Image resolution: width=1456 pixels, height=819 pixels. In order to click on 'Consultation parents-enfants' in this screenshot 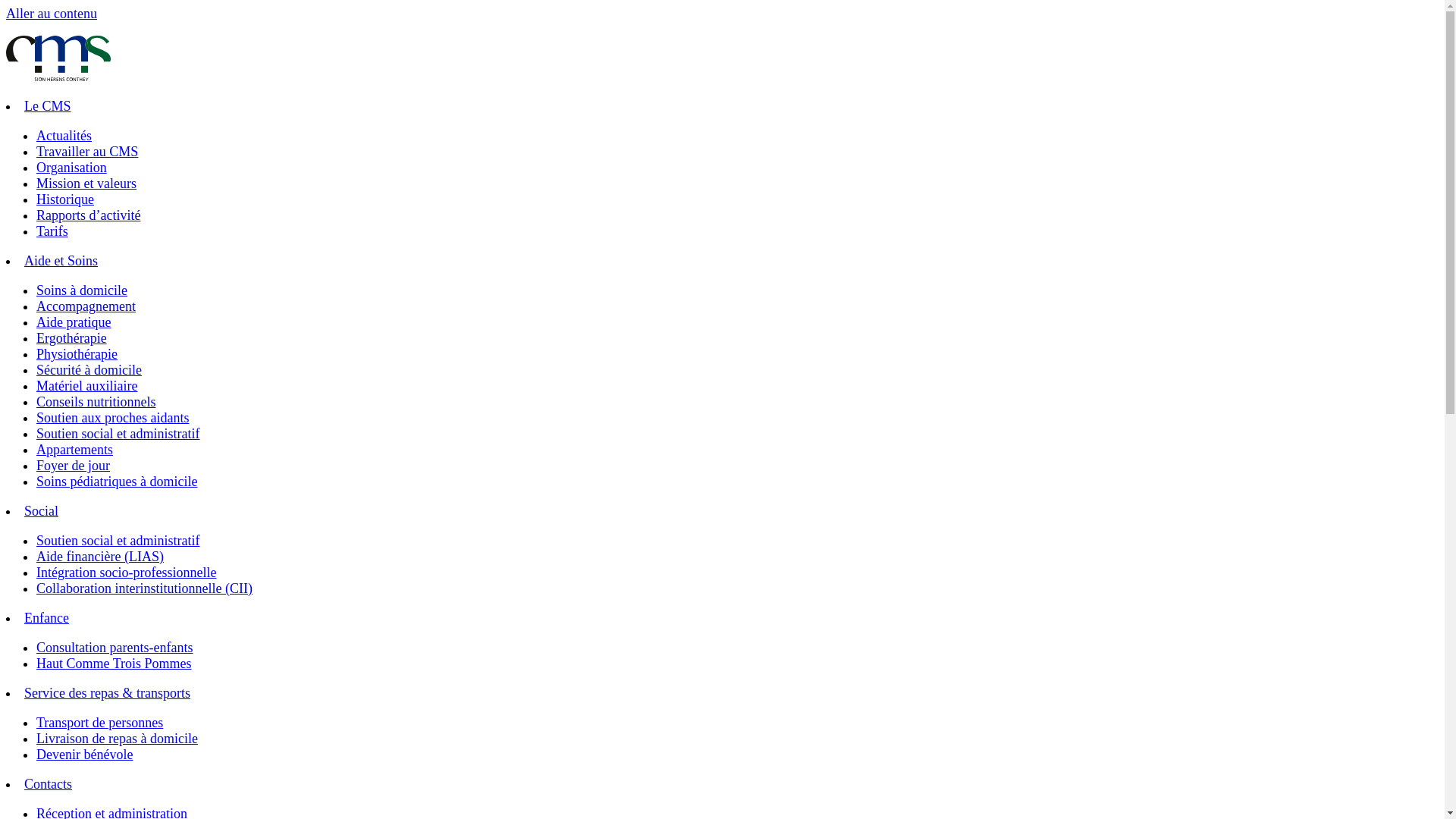, I will do `click(36, 647)`.